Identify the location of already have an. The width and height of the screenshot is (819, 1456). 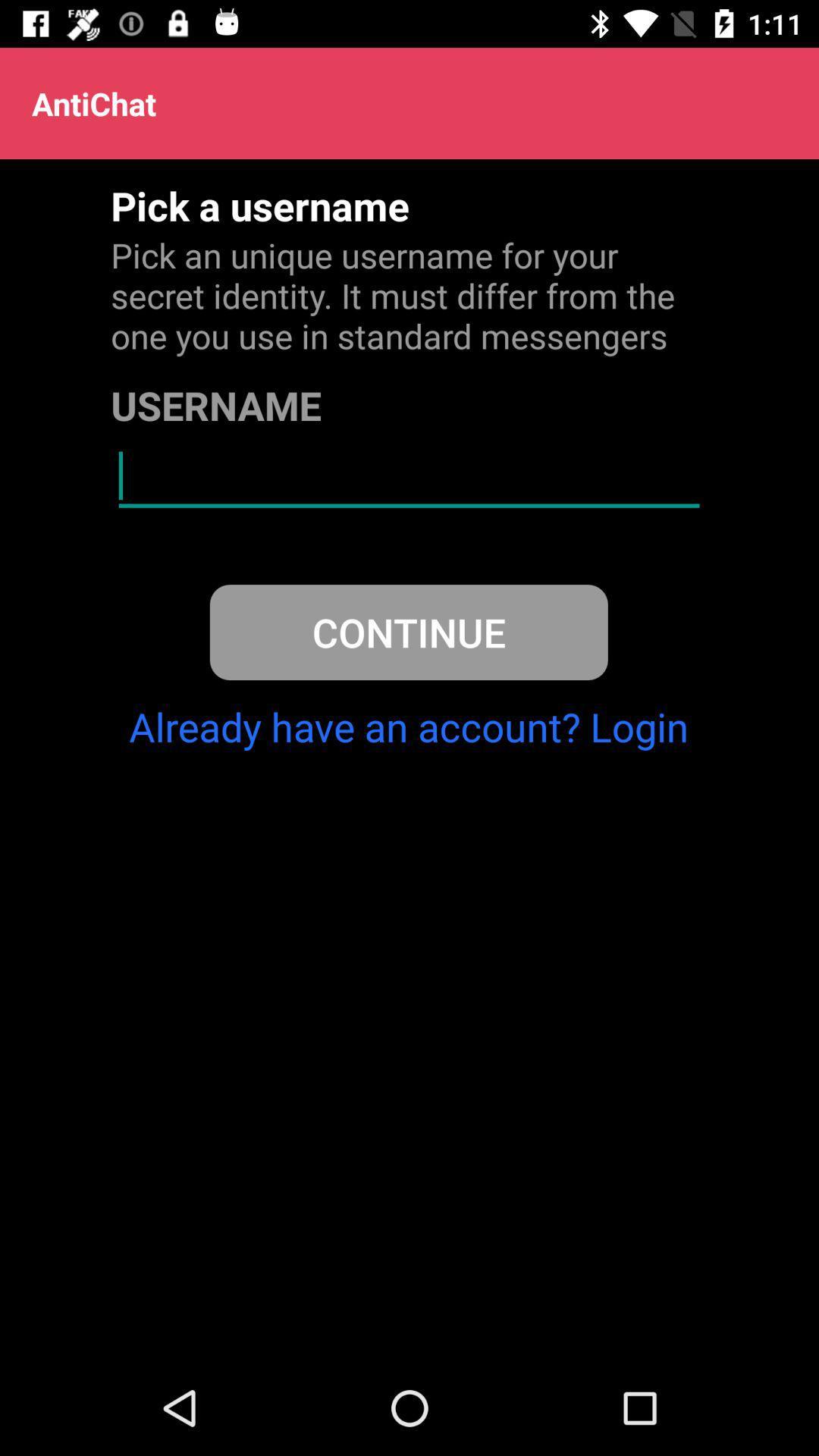
(408, 726).